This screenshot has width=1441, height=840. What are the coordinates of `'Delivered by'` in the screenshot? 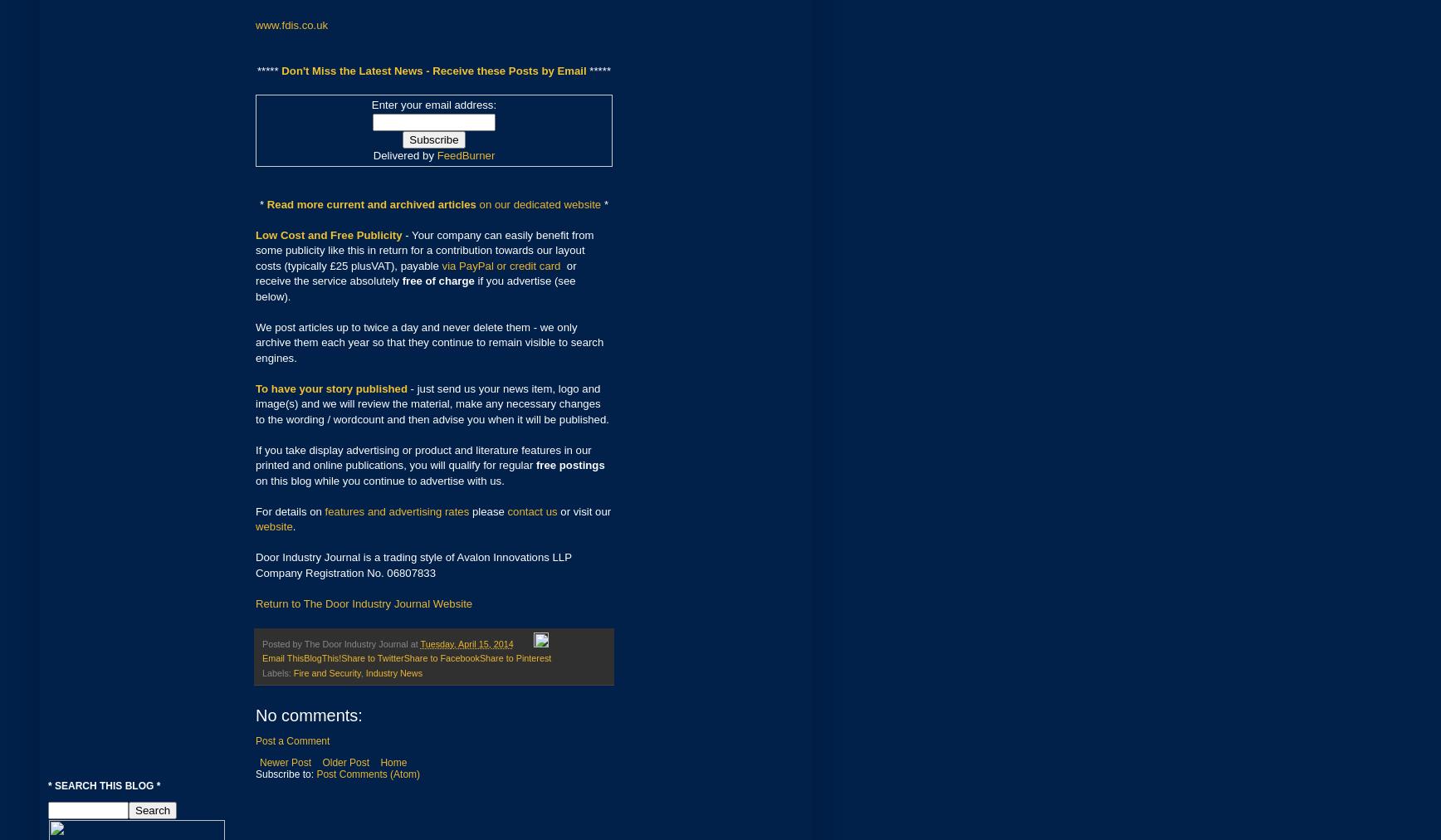 It's located at (404, 154).